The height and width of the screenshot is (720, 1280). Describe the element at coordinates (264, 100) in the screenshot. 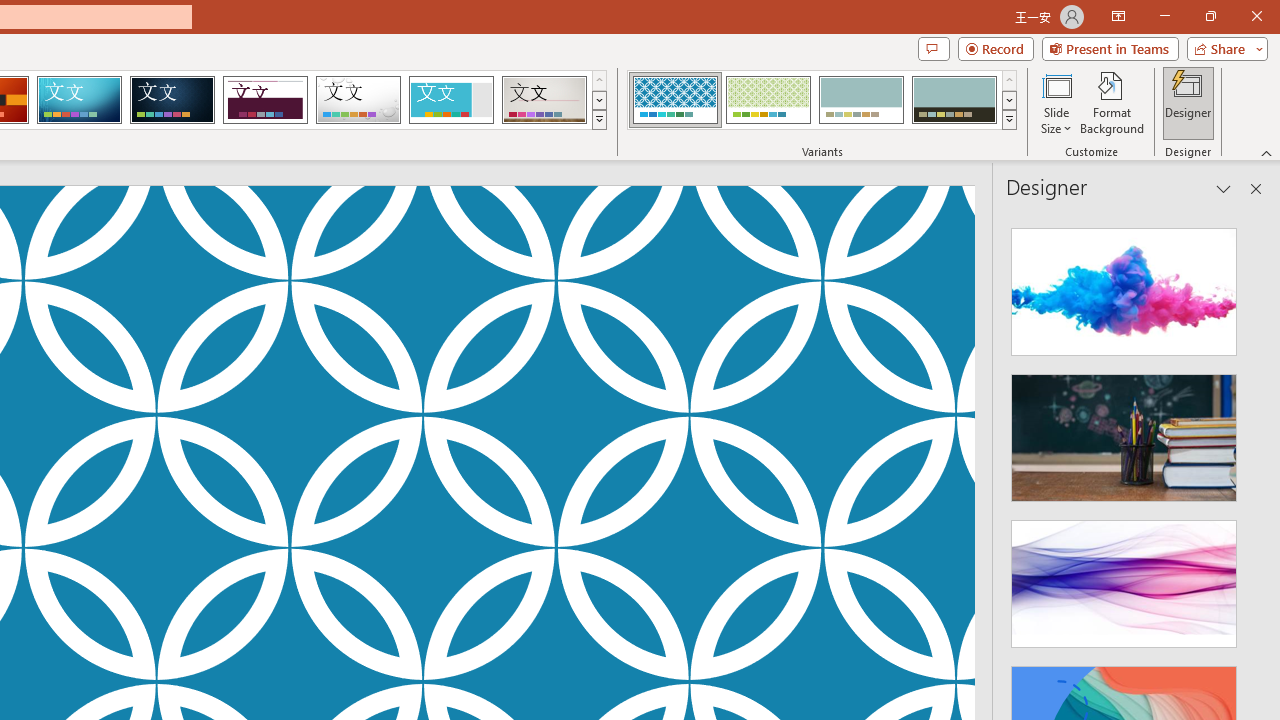

I see `'Dividend Loading Preview...'` at that location.